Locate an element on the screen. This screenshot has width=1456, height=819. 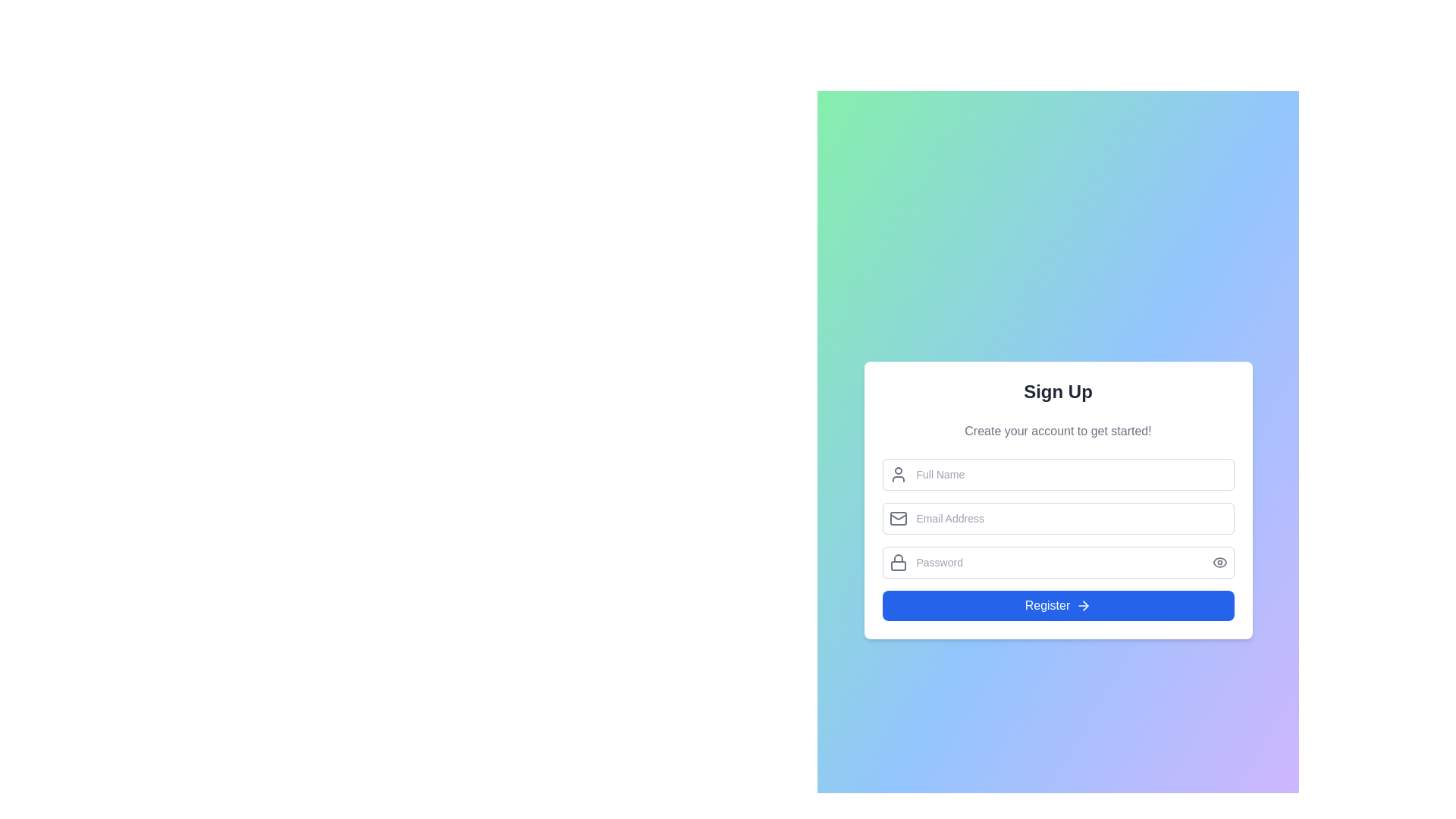
the lock icon, which is a dark gray padlock symbol positioned at the start of the password input field in the lower half of the sign-up form is located at coordinates (898, 562).